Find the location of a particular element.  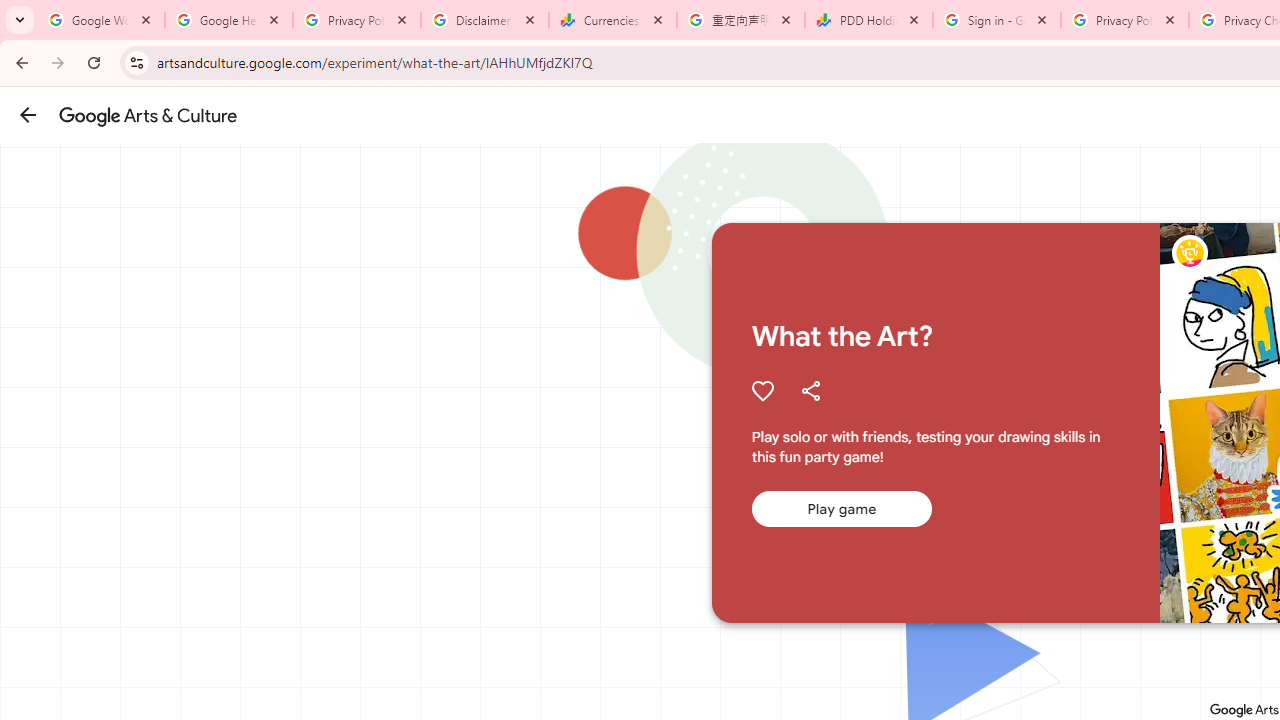

'Currencies - Google Finance' is located at coordinates (612, 20).